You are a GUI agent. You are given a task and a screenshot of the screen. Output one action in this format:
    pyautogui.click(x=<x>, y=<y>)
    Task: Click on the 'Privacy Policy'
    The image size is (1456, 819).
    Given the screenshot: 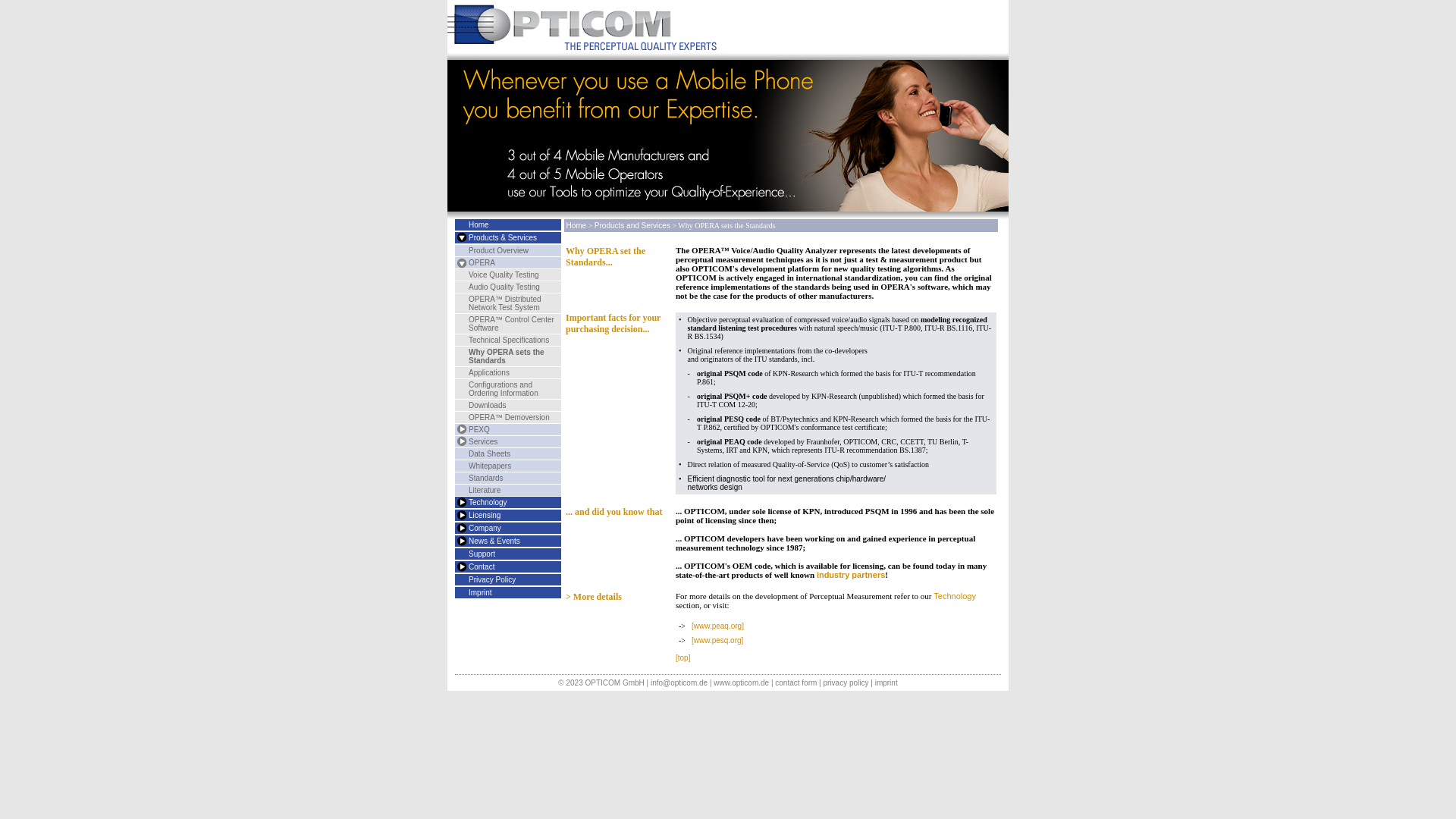 What is the action you would take?
    pyautogui.click(x=491, y=579)
    